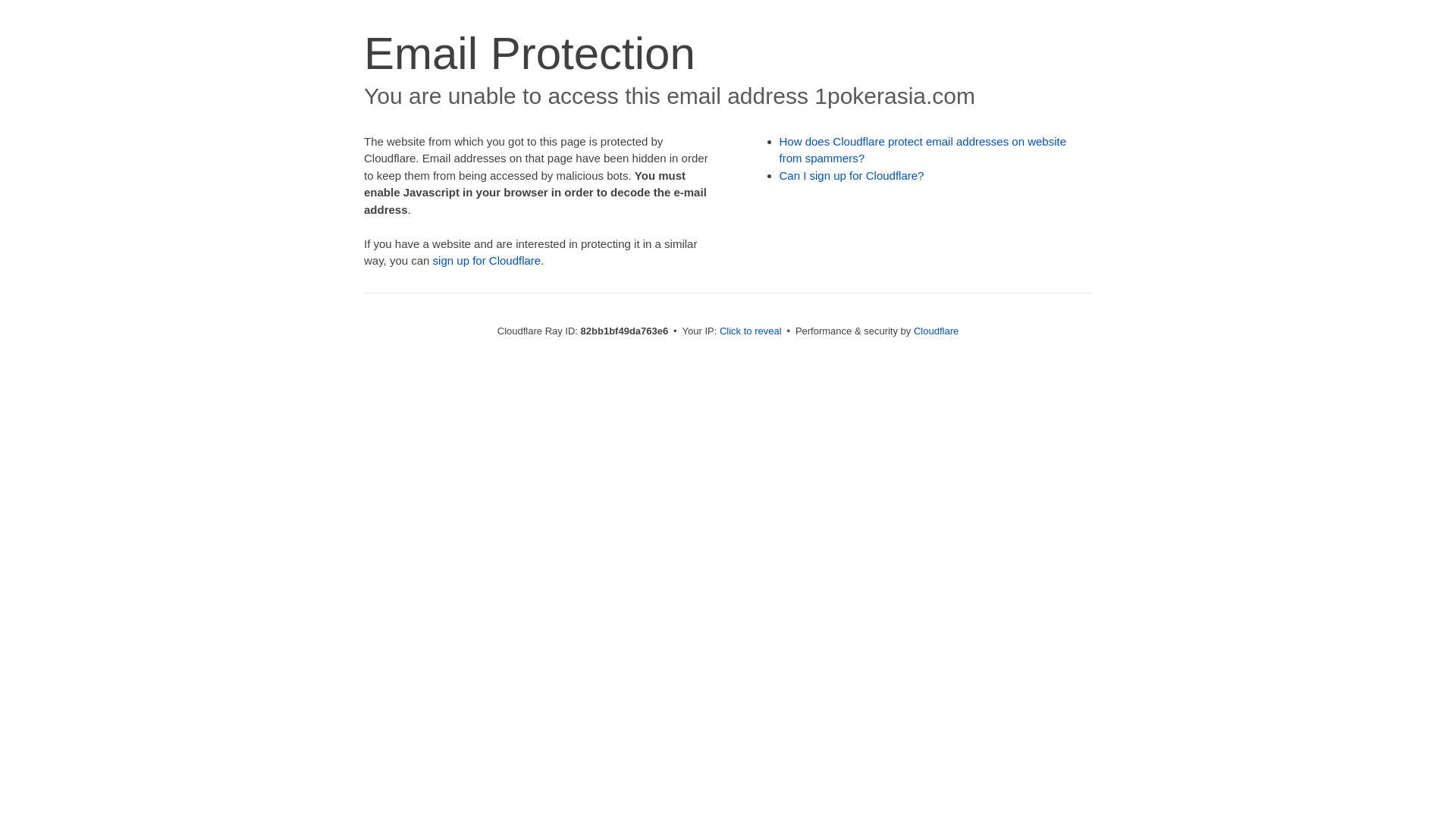 The width and height of the screenshot is (1456, 819). Describe the element at coordinates (432, 259) in the screenshot. I see `'sign up for Cloudflare'` at that location.